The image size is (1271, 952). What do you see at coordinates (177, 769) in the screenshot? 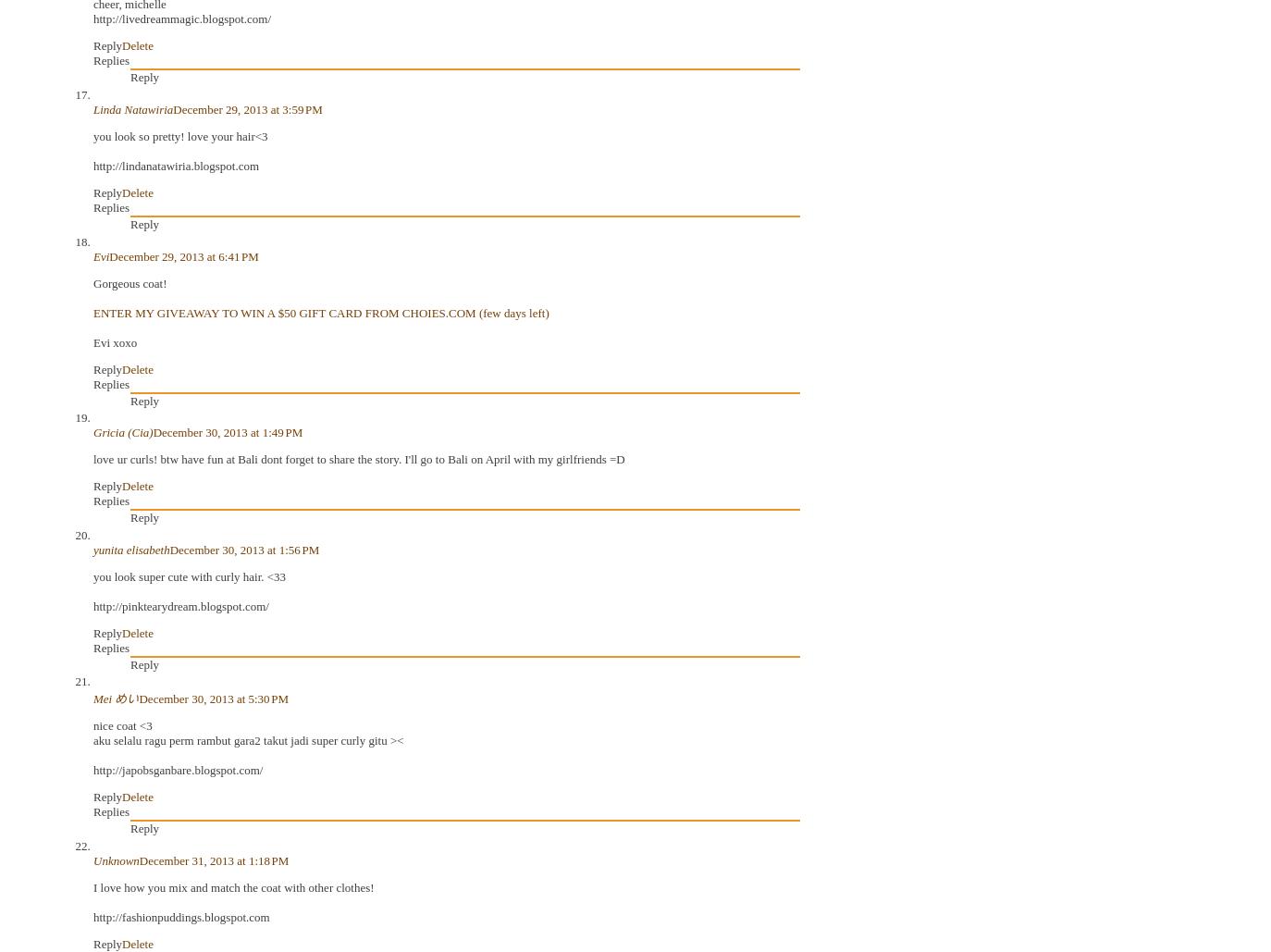
I see `'http://japobsganbare.blogspot.com/'` at bounding box center [177, 769].